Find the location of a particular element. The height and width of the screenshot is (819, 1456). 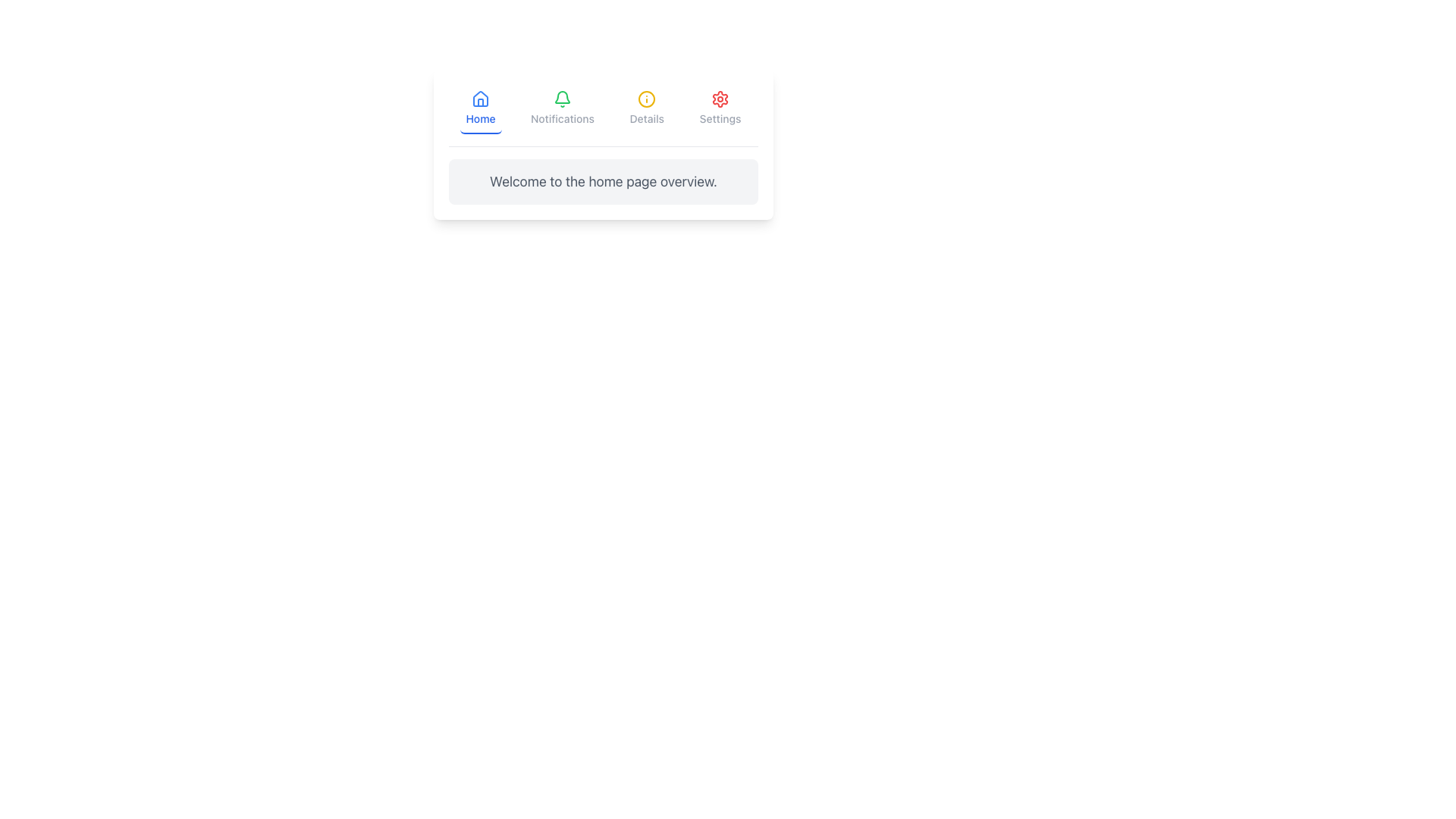

the stylized blue house icon in the top navigation bar is located at coordinates (479, 99).